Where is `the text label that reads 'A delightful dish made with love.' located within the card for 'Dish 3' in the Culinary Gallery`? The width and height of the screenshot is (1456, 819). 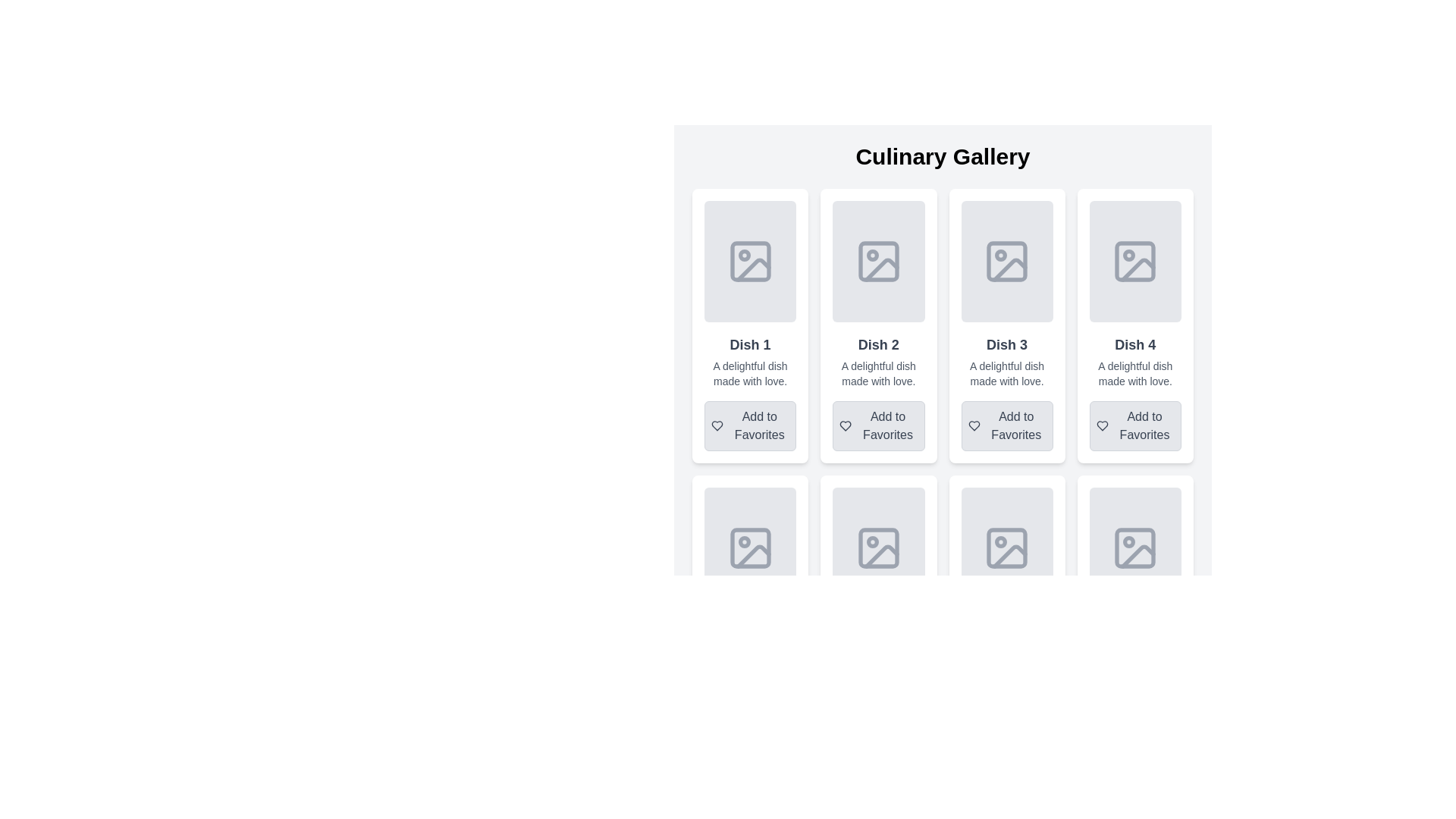 the text label that reads 'A delightful dish made with love.' located within the card for 'Dish 3' in the Culinary Gallery is located at coordinates (1007, 374).